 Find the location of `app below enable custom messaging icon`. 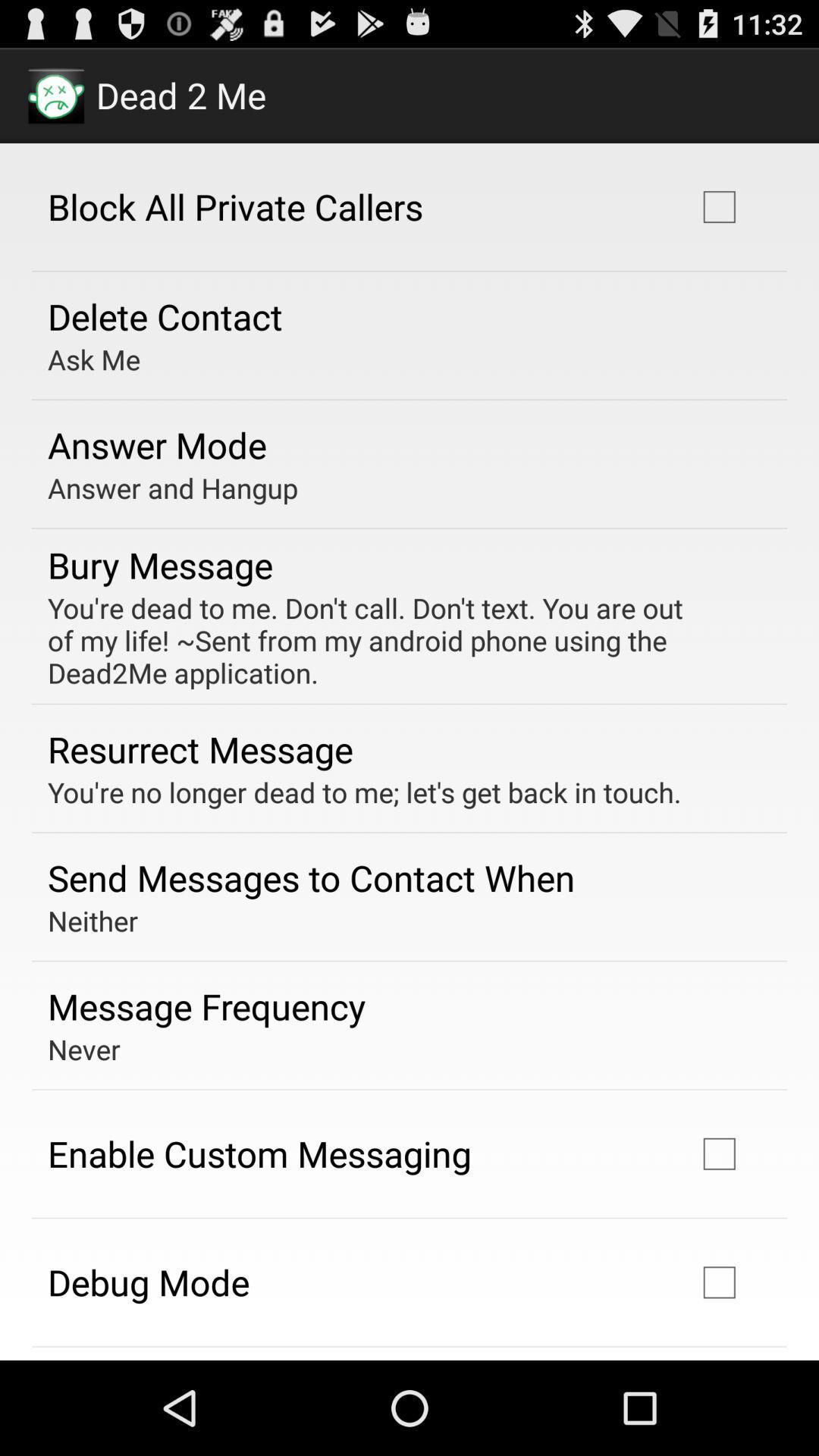

app below enable custom messaging icon is located at coordinates (149, 1281).